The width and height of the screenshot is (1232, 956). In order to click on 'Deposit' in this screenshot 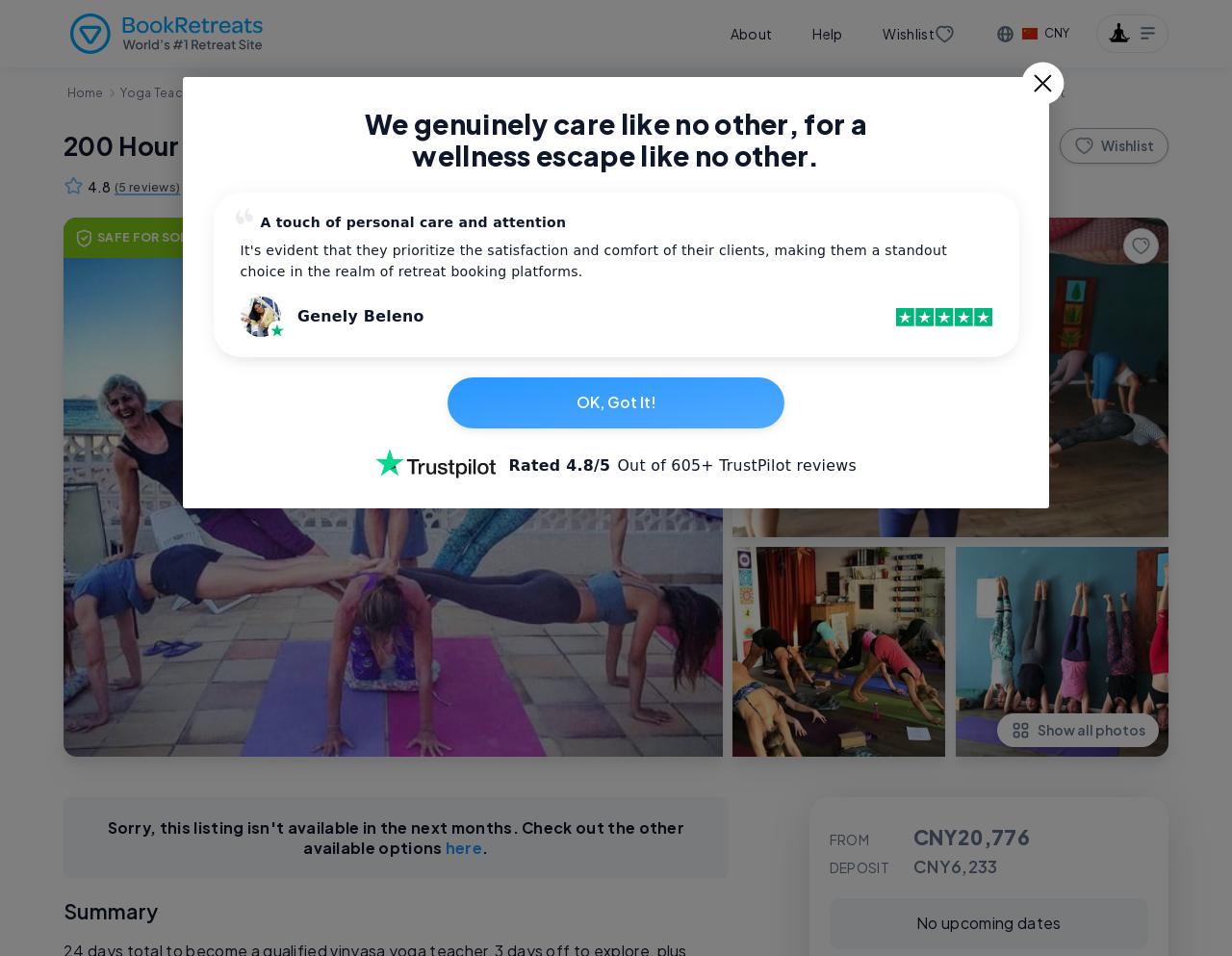, I will do `click(858, 866)`.